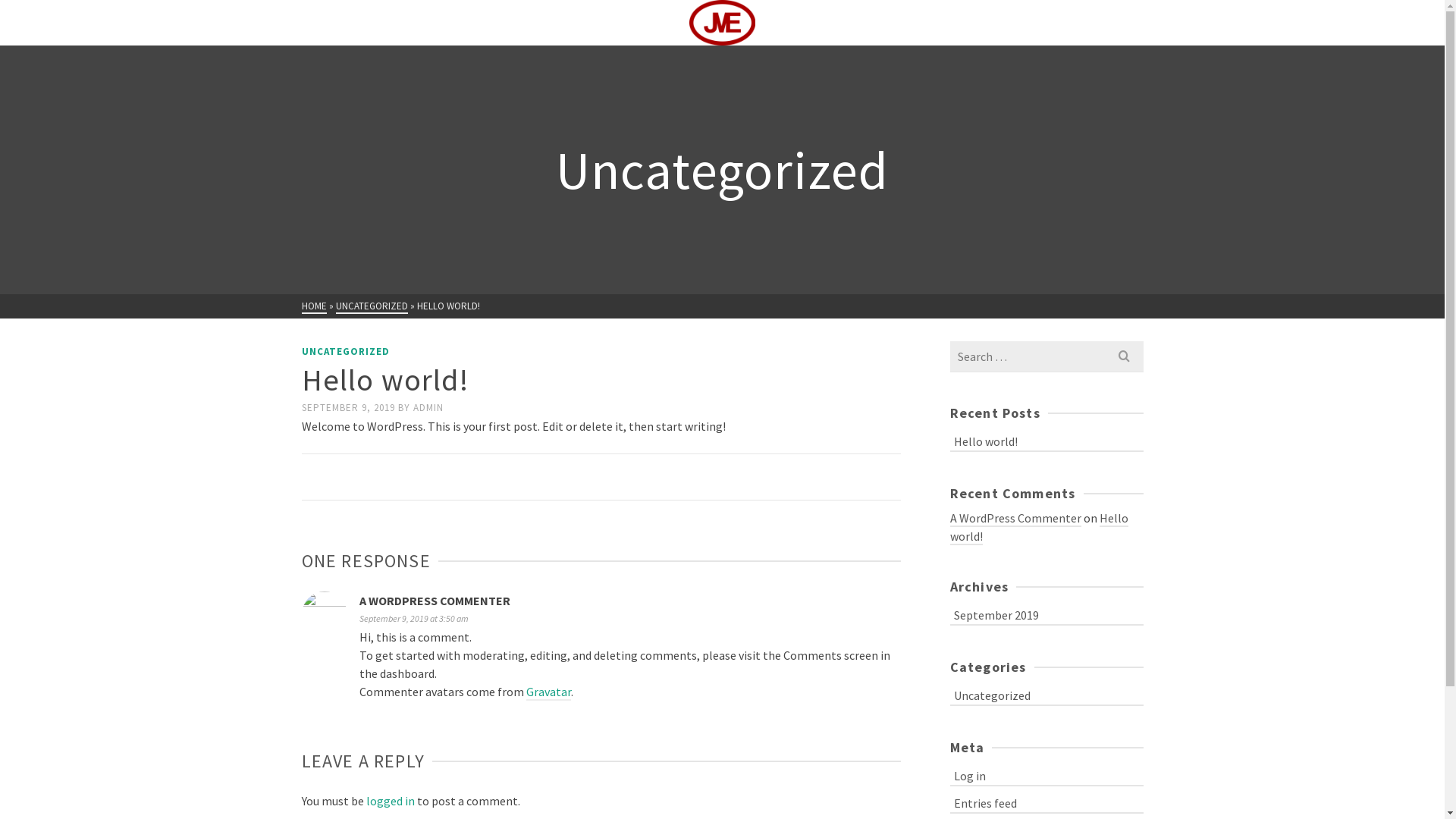 The width and height of the screenshot is (1456, 819). Describe the element at coordinates (1045, 801) in the screenshot. I see `'Entries feed'` at that location.